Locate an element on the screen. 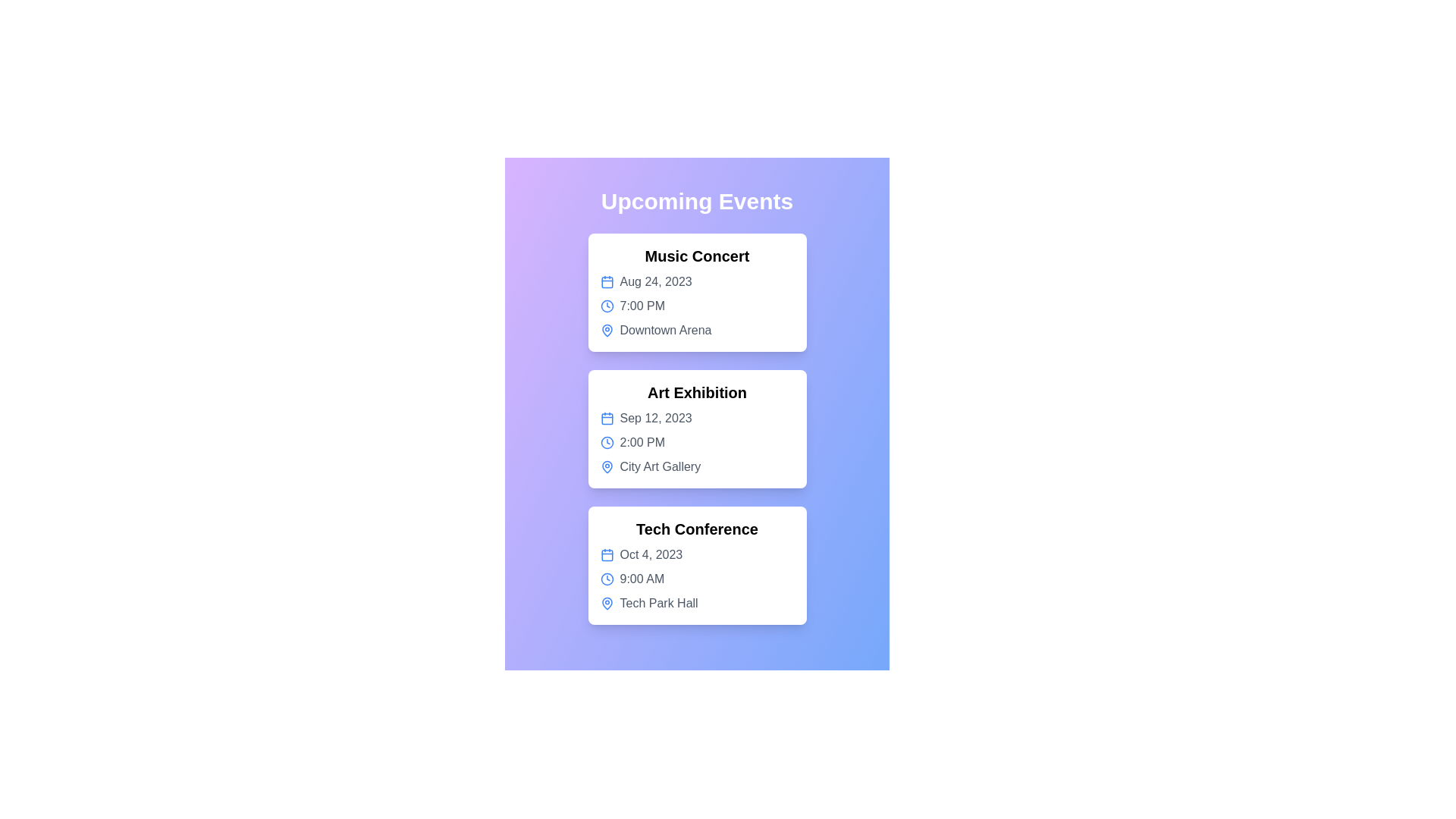  the blue map pin icon located on the left side near the text 'Downtown Arena' in the 'Music Concert' card's information section is located at coordinates (607, 329).